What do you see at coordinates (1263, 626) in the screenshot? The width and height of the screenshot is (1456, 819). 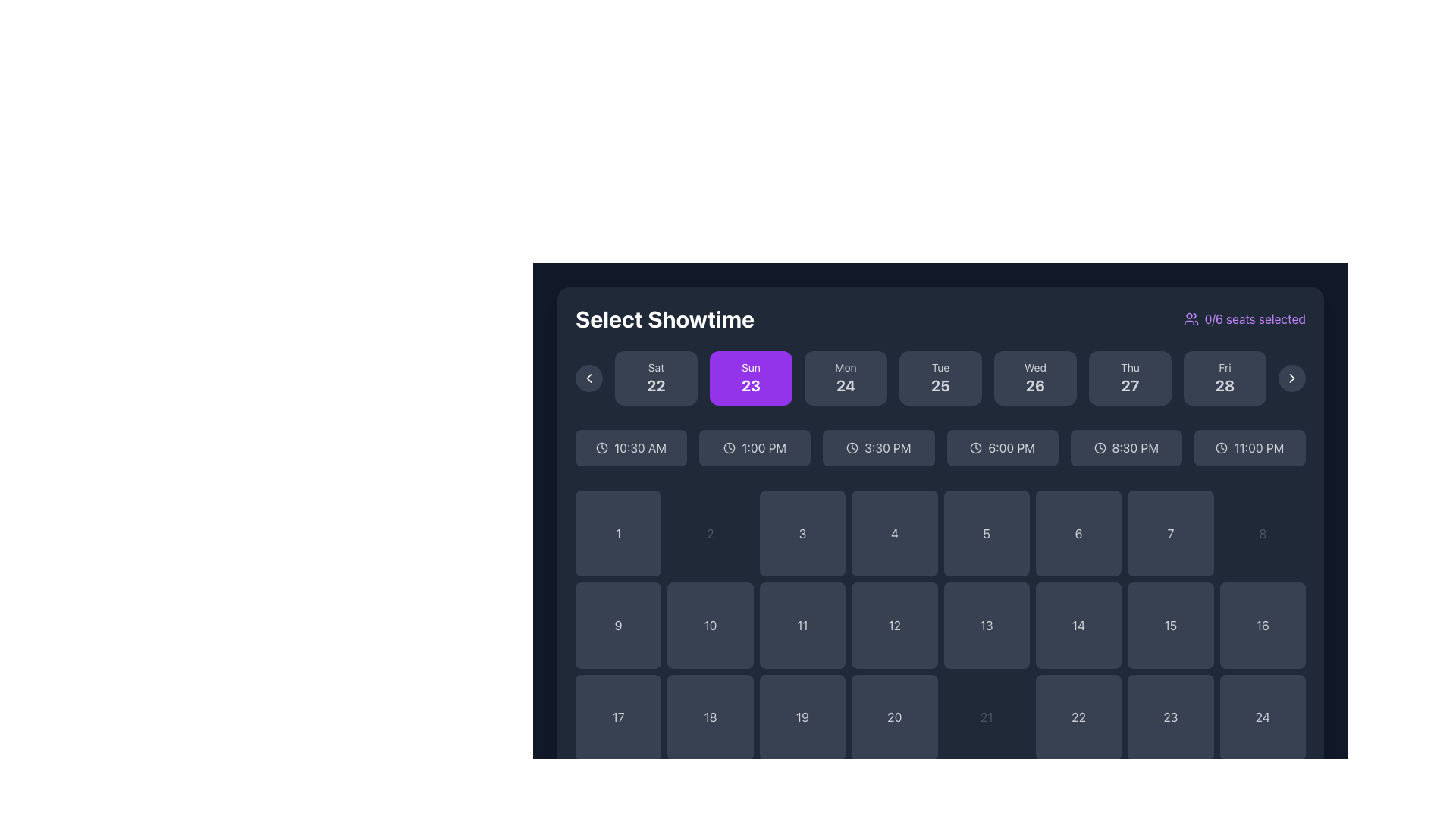 I see `the button in the fourth row and fourth column of the grid` at bounding box center [1263, 626].